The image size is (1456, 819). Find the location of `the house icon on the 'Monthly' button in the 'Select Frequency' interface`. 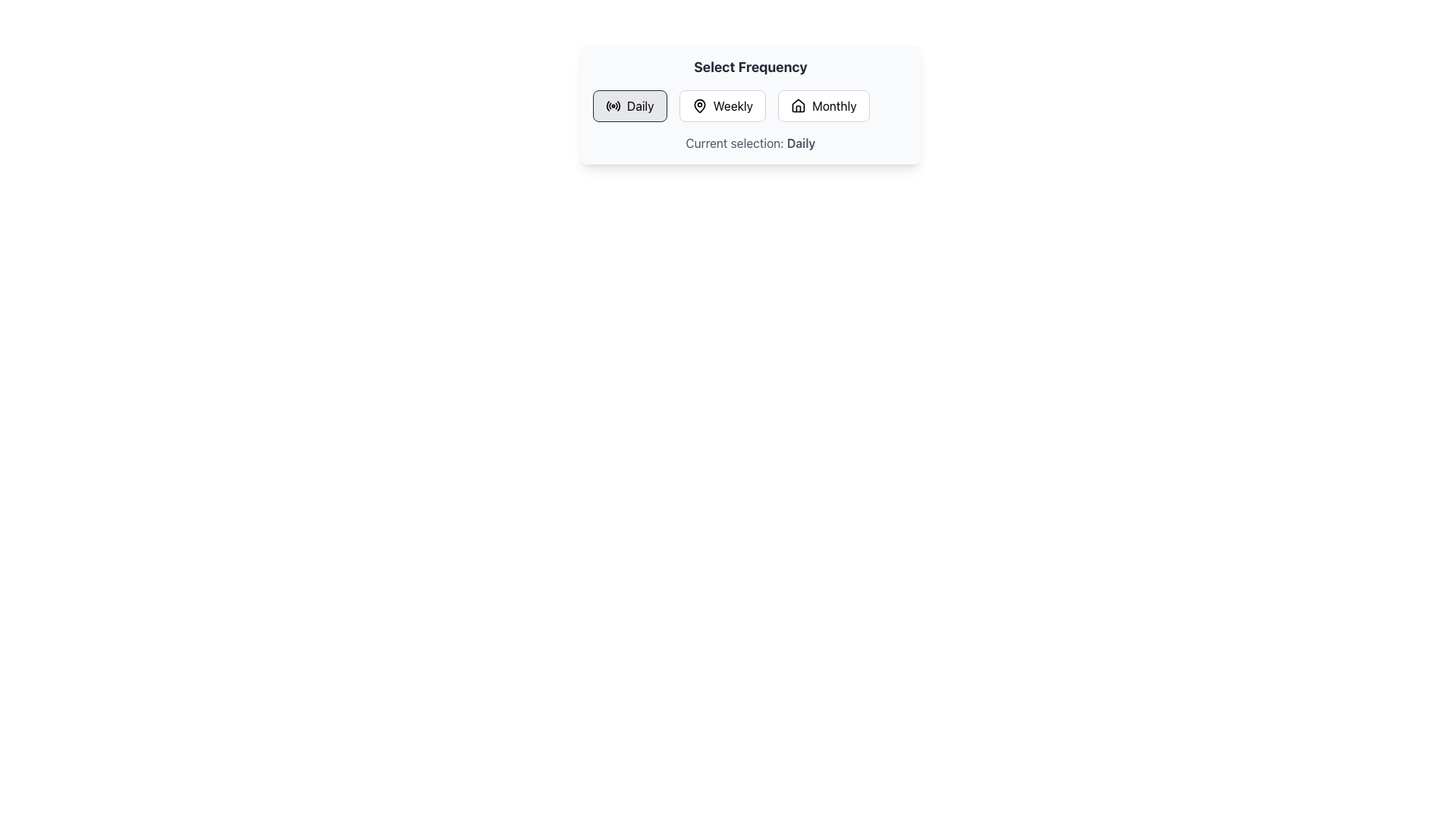

the house icon on the 'Monthly' button in the 'Select Frequency' interface is located at coordinates (798, 105).